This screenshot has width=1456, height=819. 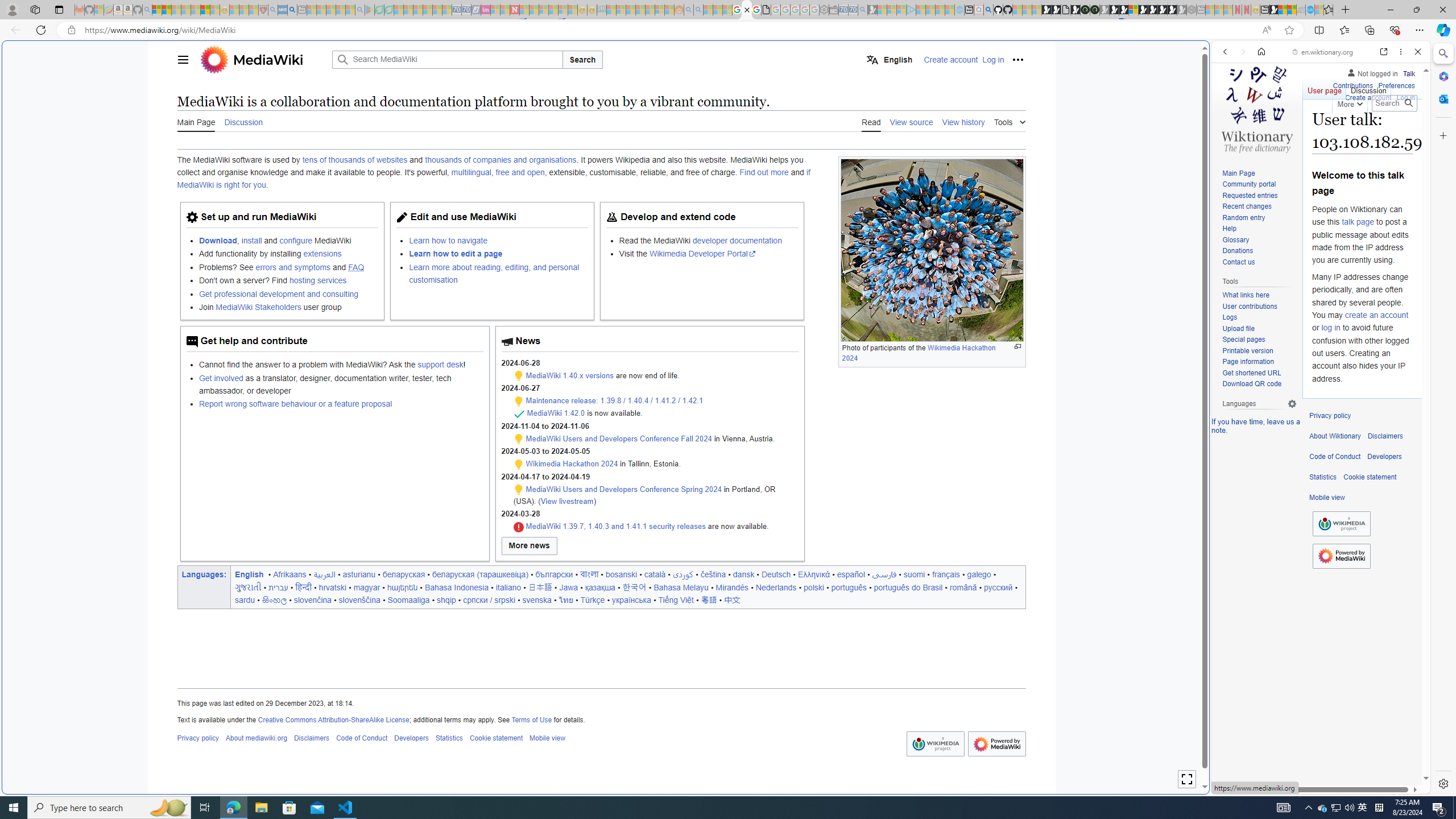 I want to click on 'Join MediaWiki Stakeholders user group', so click(x=287, y=307).